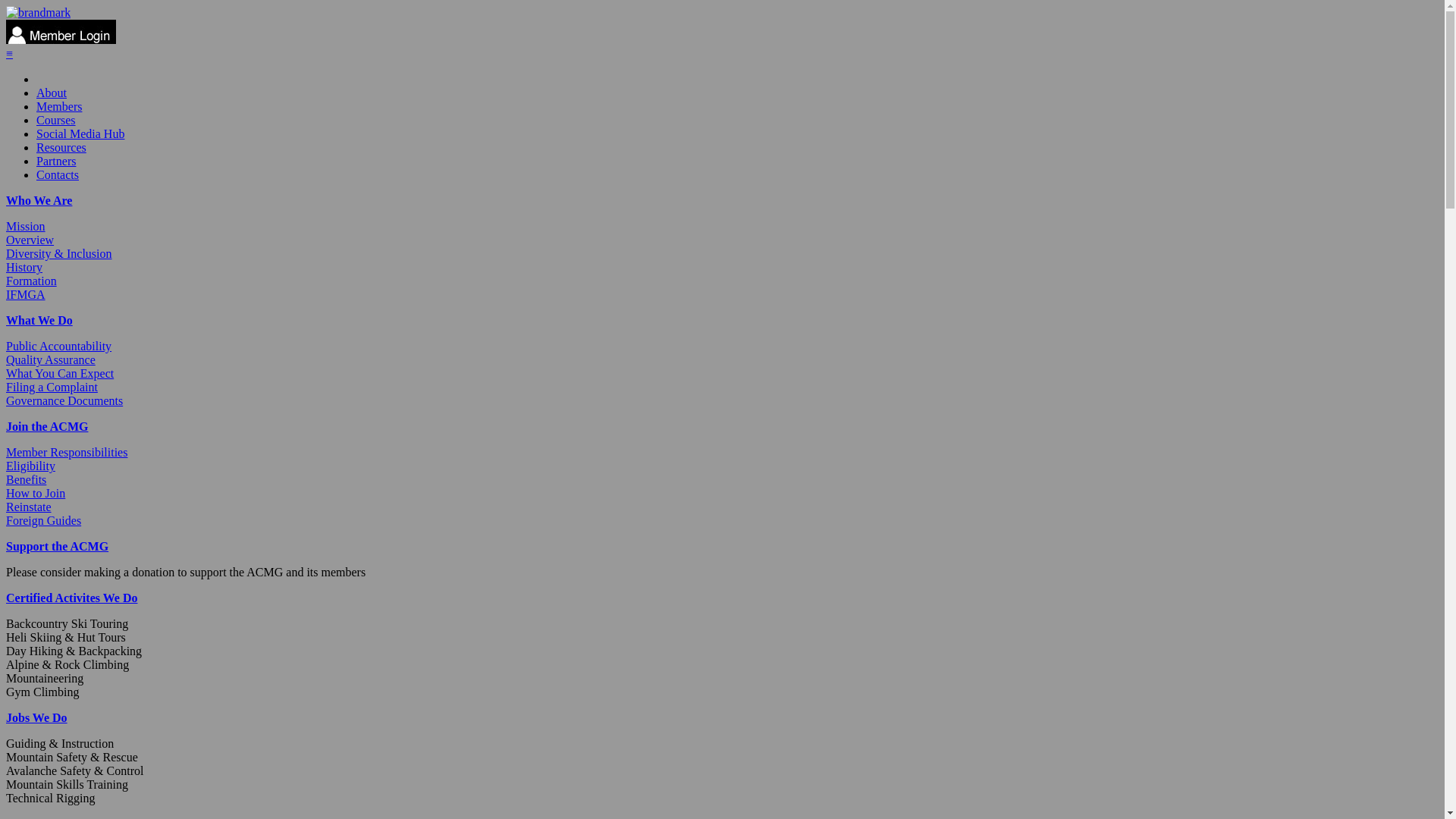  I want to click on 'History', so click(24, 266).